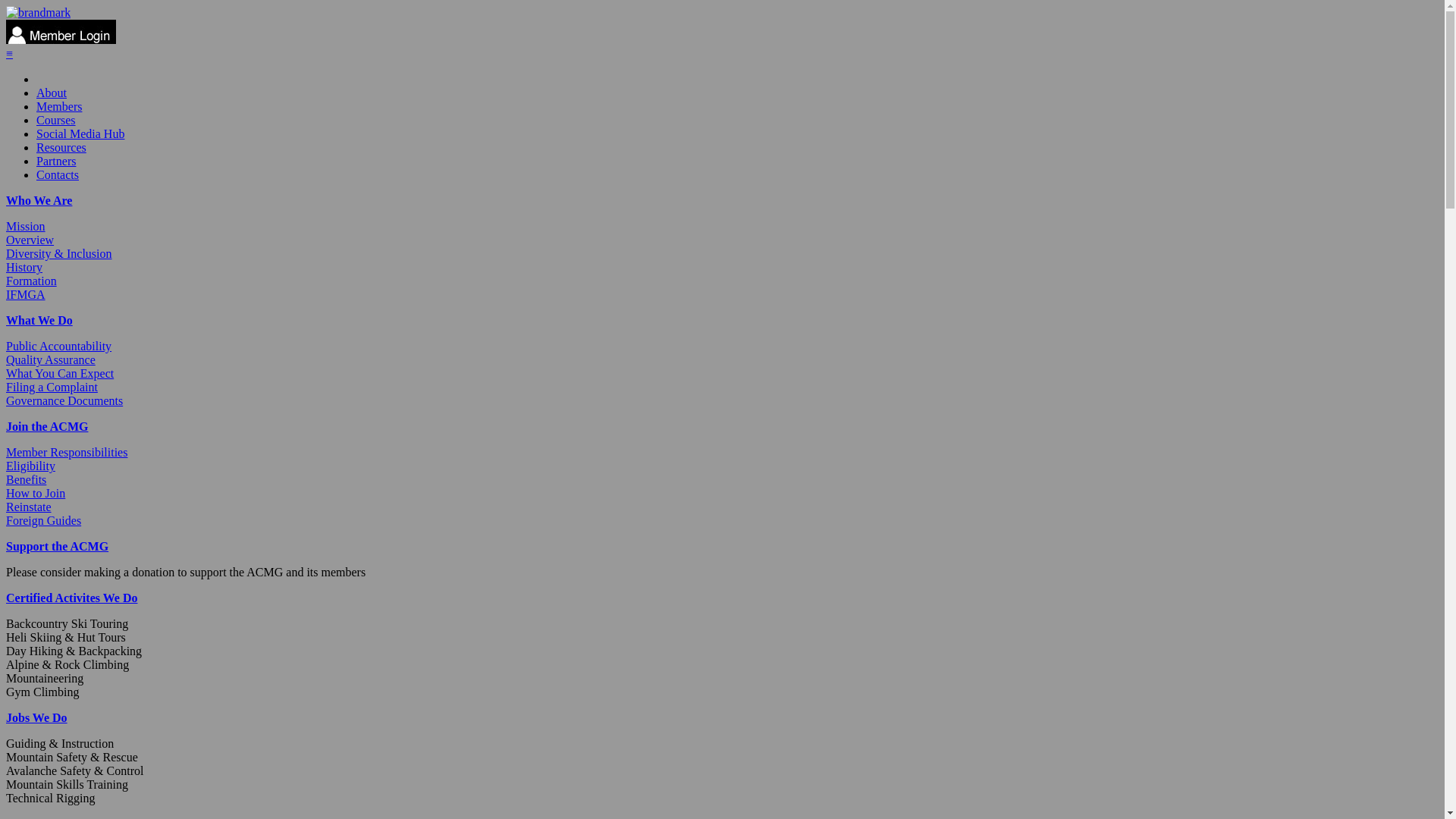  I want to click on 'History', so click(24, 266).